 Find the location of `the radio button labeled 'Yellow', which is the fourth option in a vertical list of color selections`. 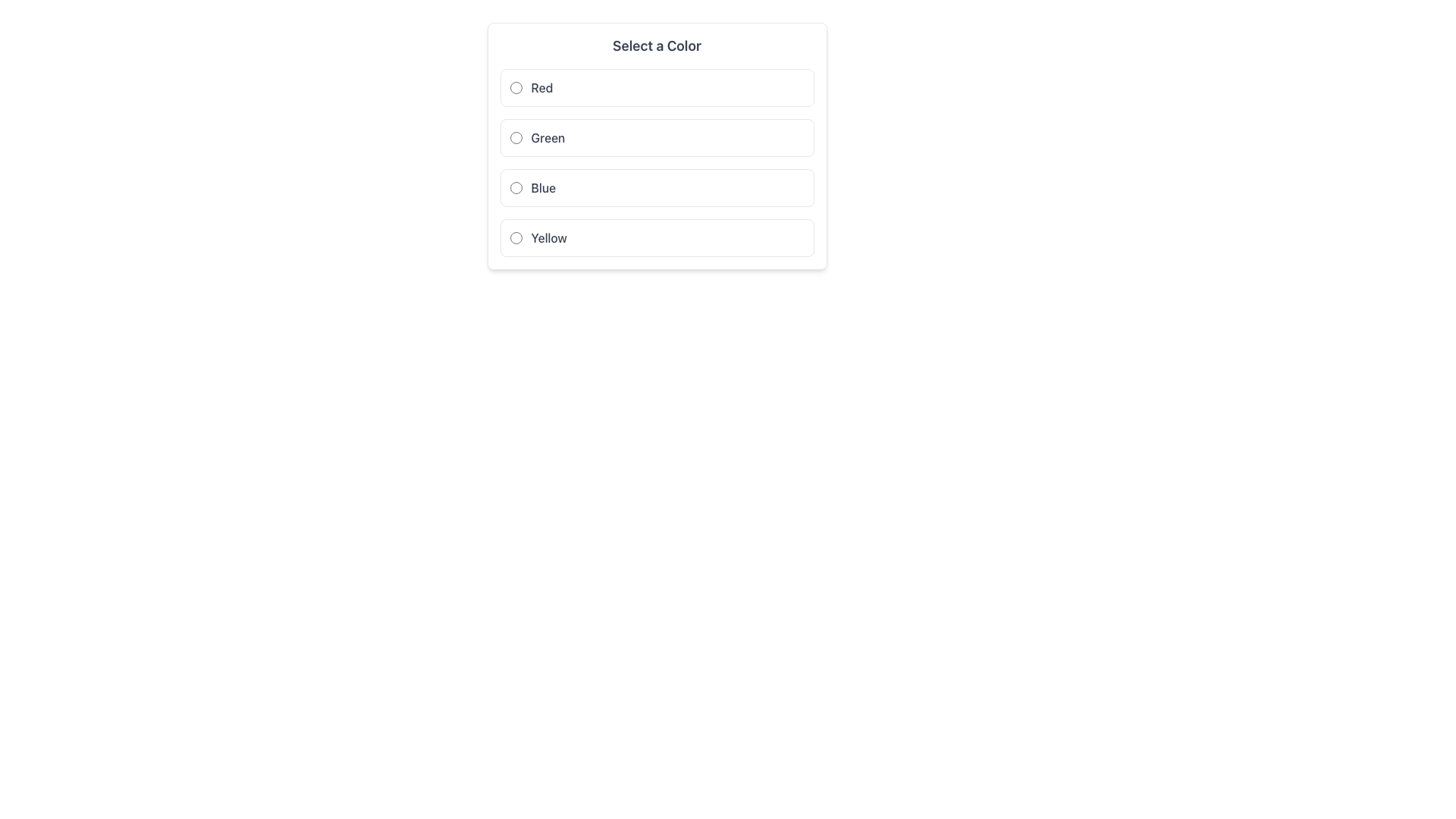

the radio button labeled 'Yellow', which is the fourth option in a vertical list of color selections is located at coordinates (516, 237).